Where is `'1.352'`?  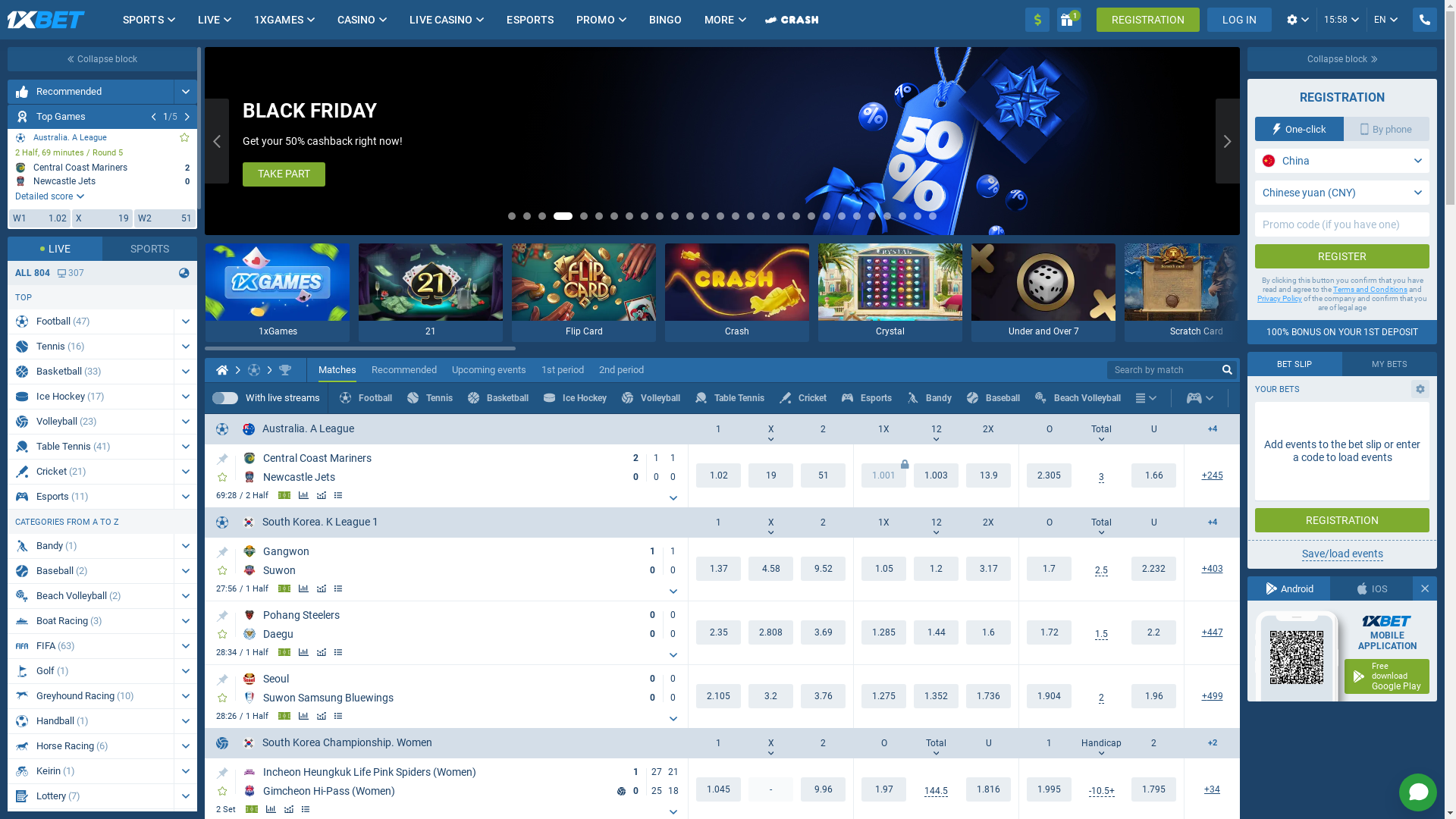 '1.352' is located at coordinates (912, 696).